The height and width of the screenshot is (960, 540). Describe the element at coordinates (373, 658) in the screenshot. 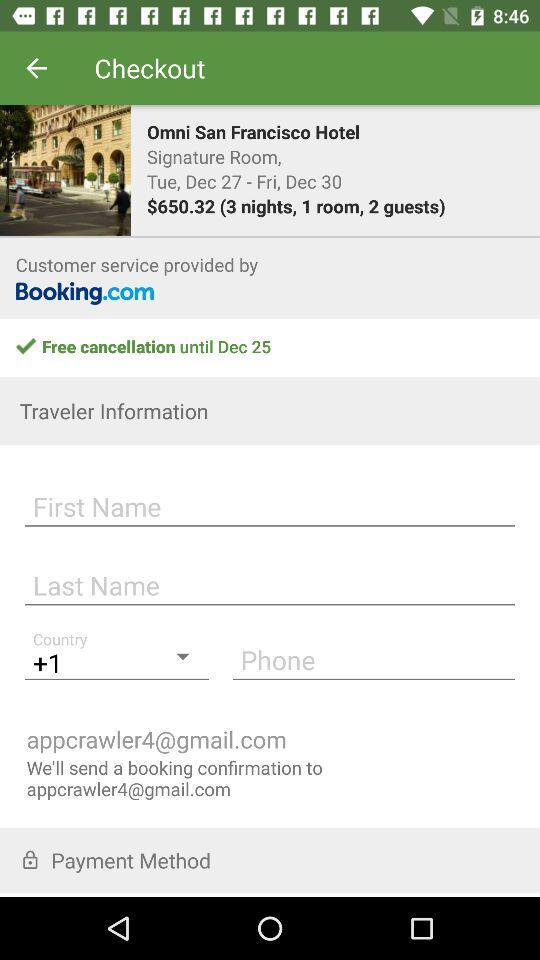

I see `icon to the right of +1` at that location.